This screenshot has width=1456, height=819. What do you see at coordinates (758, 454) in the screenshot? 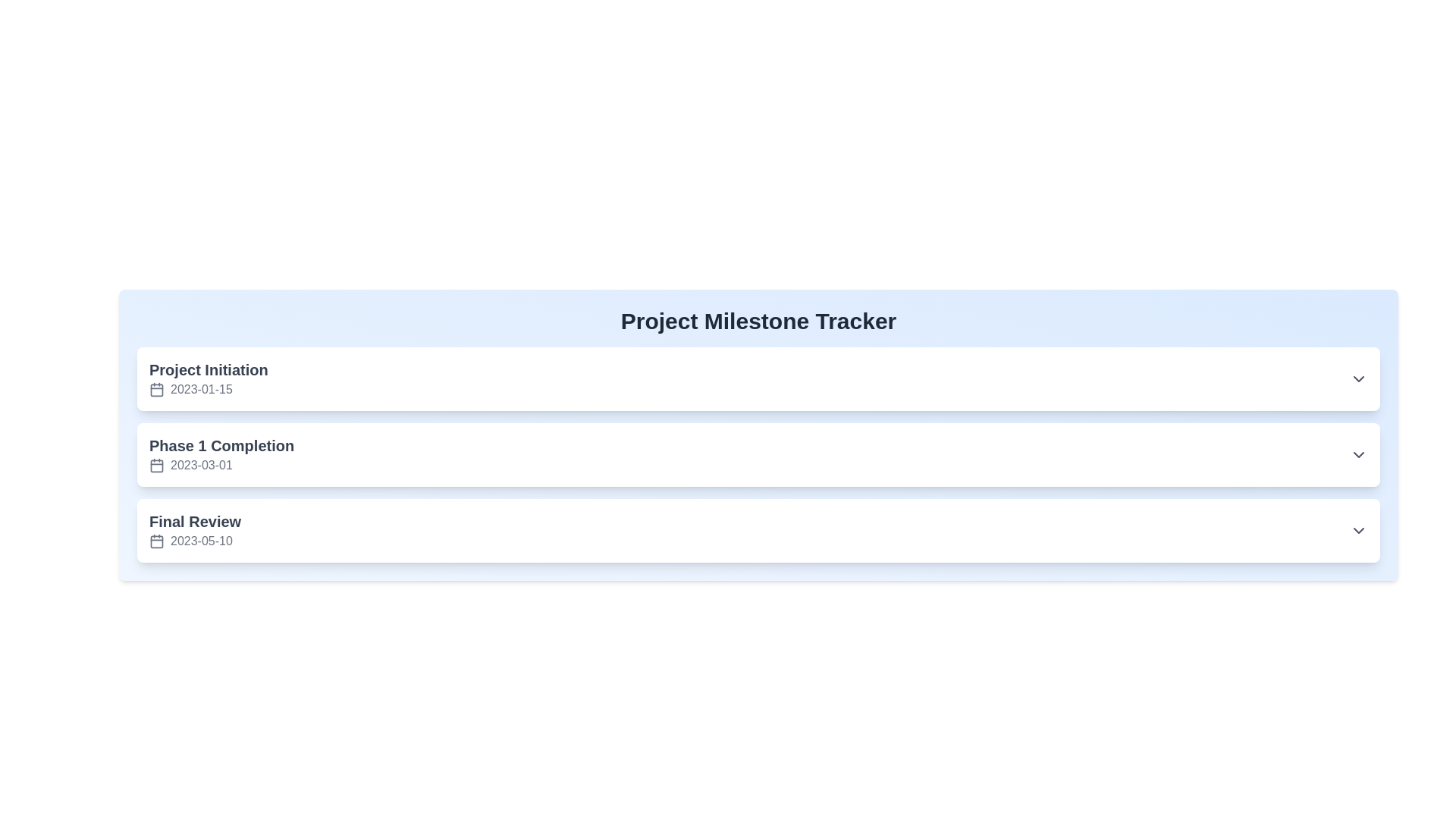
I see `the second list item in the project tracker, which displays the milestone phase name and completion date` at bounding box center [758, 454].